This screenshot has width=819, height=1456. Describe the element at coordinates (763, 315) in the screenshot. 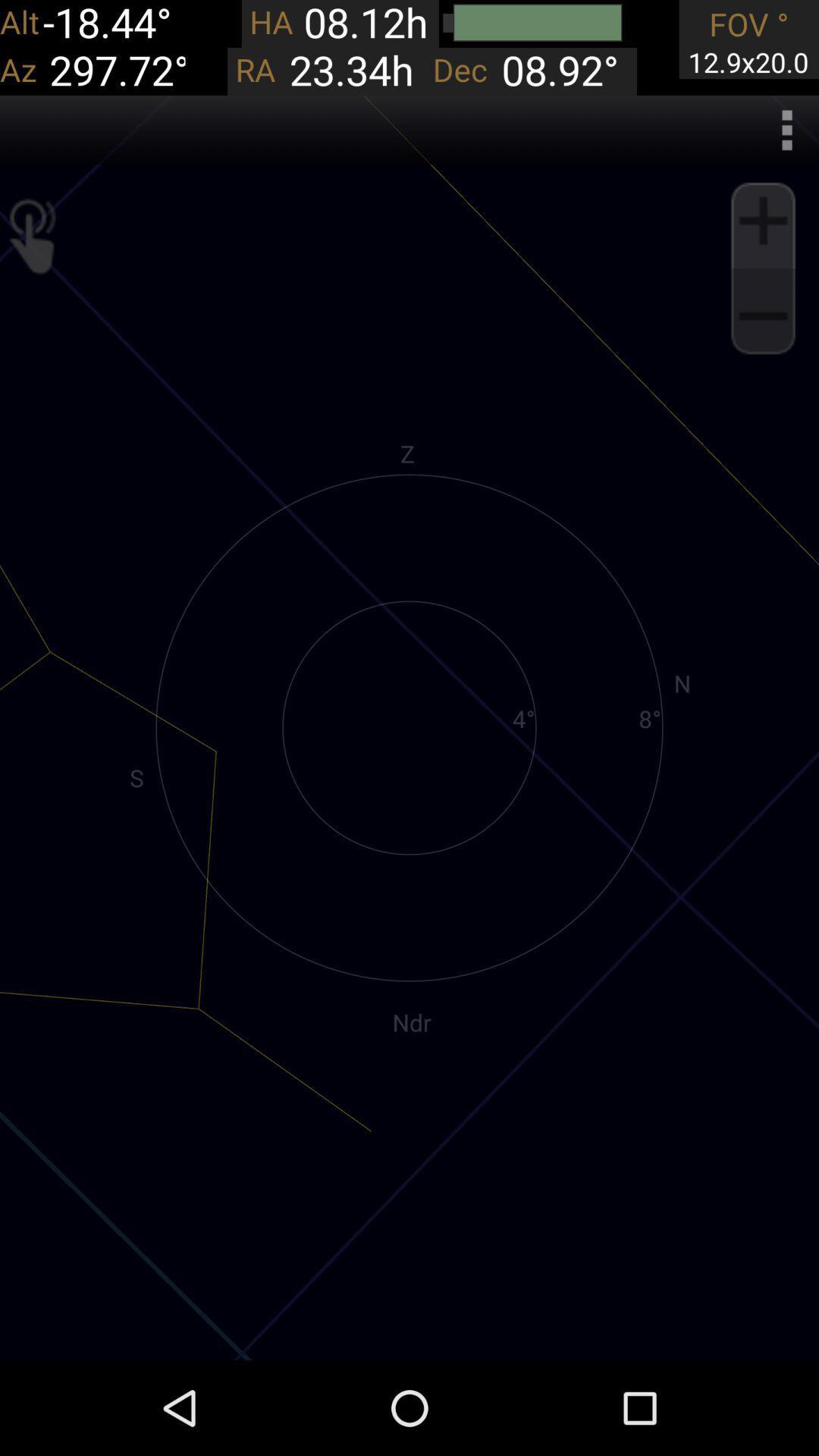

I see `zoom out` at that location.